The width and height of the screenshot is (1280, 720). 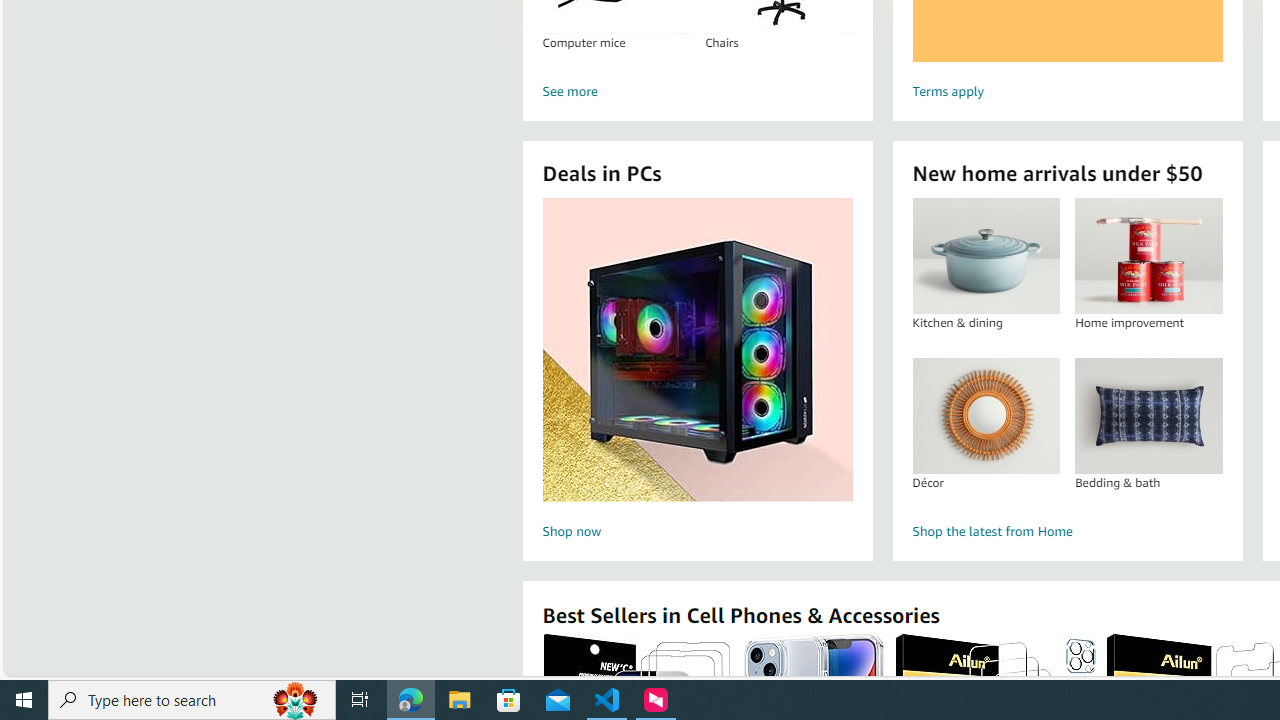 What do you see at coordinates (985, 255) in the screenshot?
I see `'Kitchen & dining'` at bounding box center [985, 255].